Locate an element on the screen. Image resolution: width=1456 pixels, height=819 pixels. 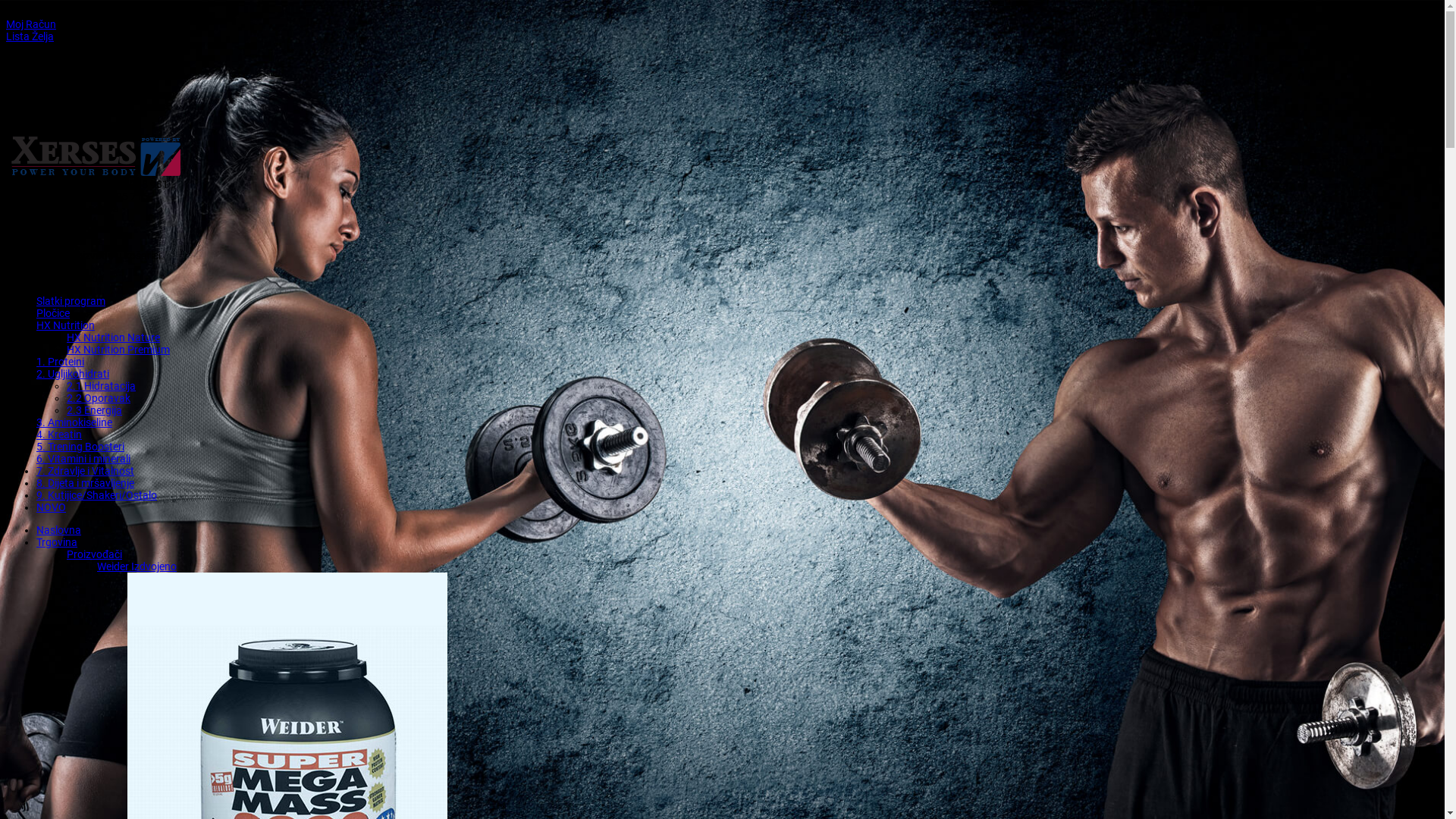
'3. Aminokiseline' is located at coordinates (73, 422).